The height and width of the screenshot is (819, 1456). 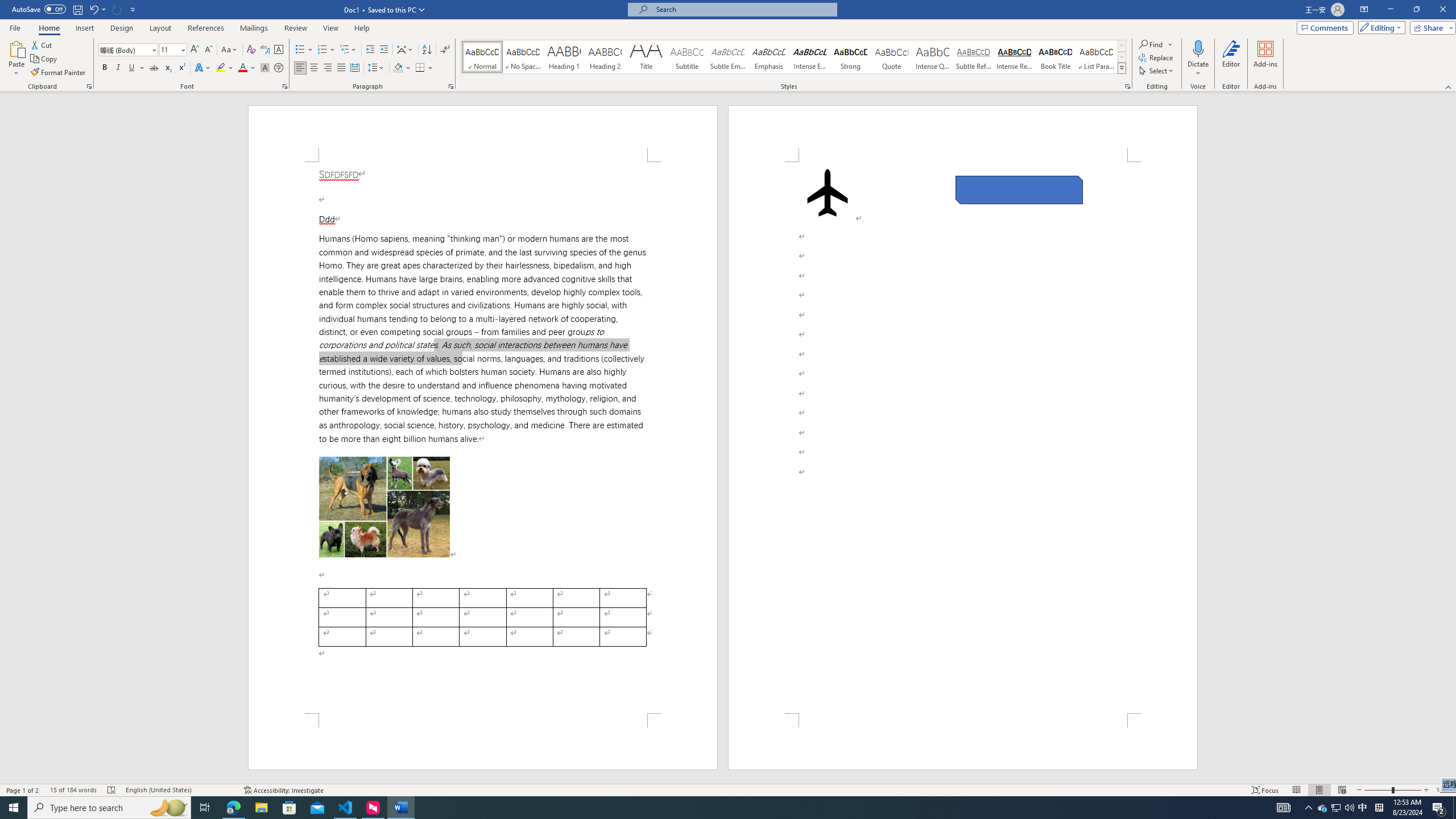 What do you see at coordinates (74, 9) in the screenshot?
I see `'Quick Access Toolbar'` at bounding box center [74, 9].